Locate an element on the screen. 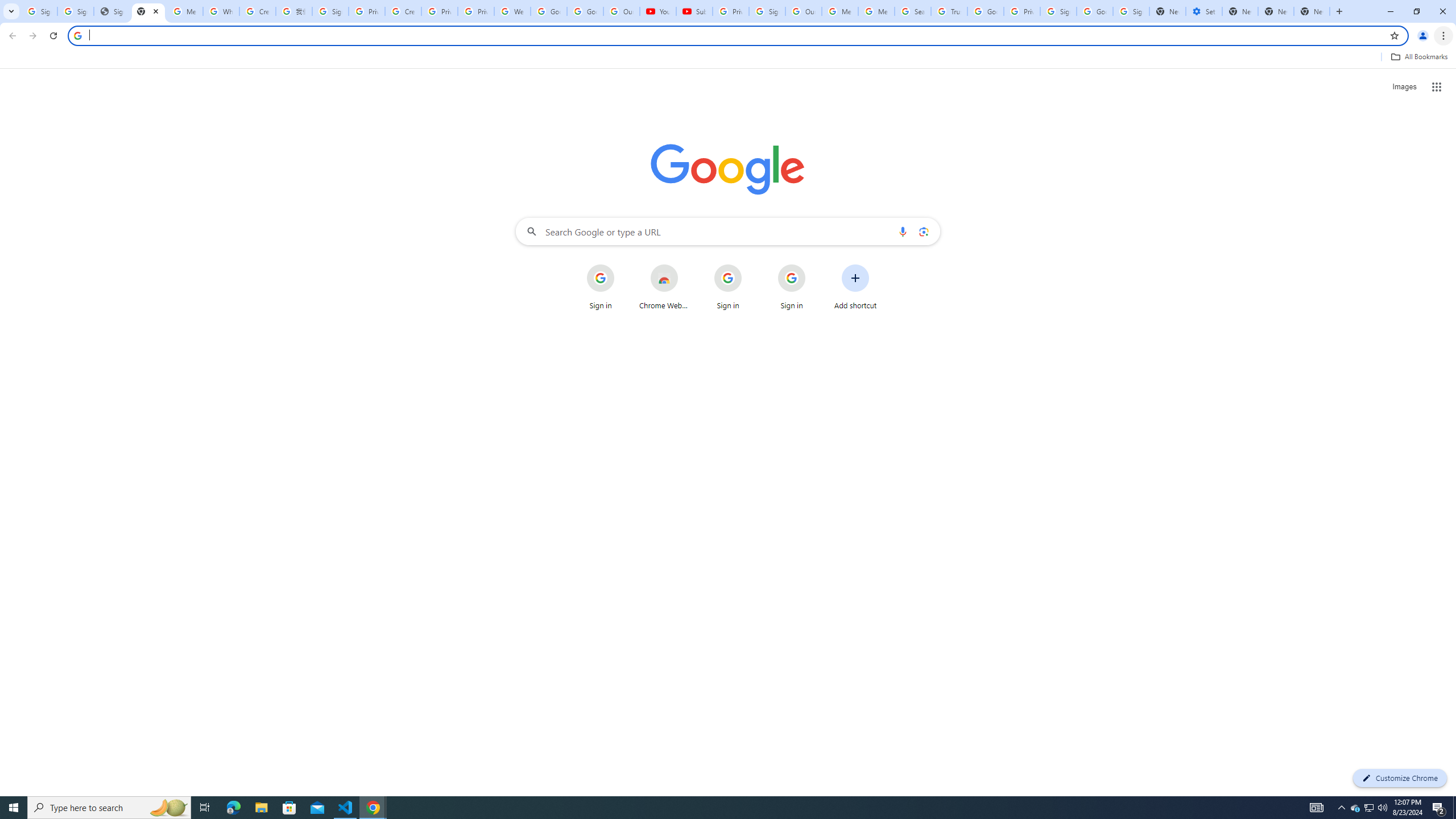 This screenshot has height=819, width=1456. 'Chrome' is located at coordinates (1444, 35).